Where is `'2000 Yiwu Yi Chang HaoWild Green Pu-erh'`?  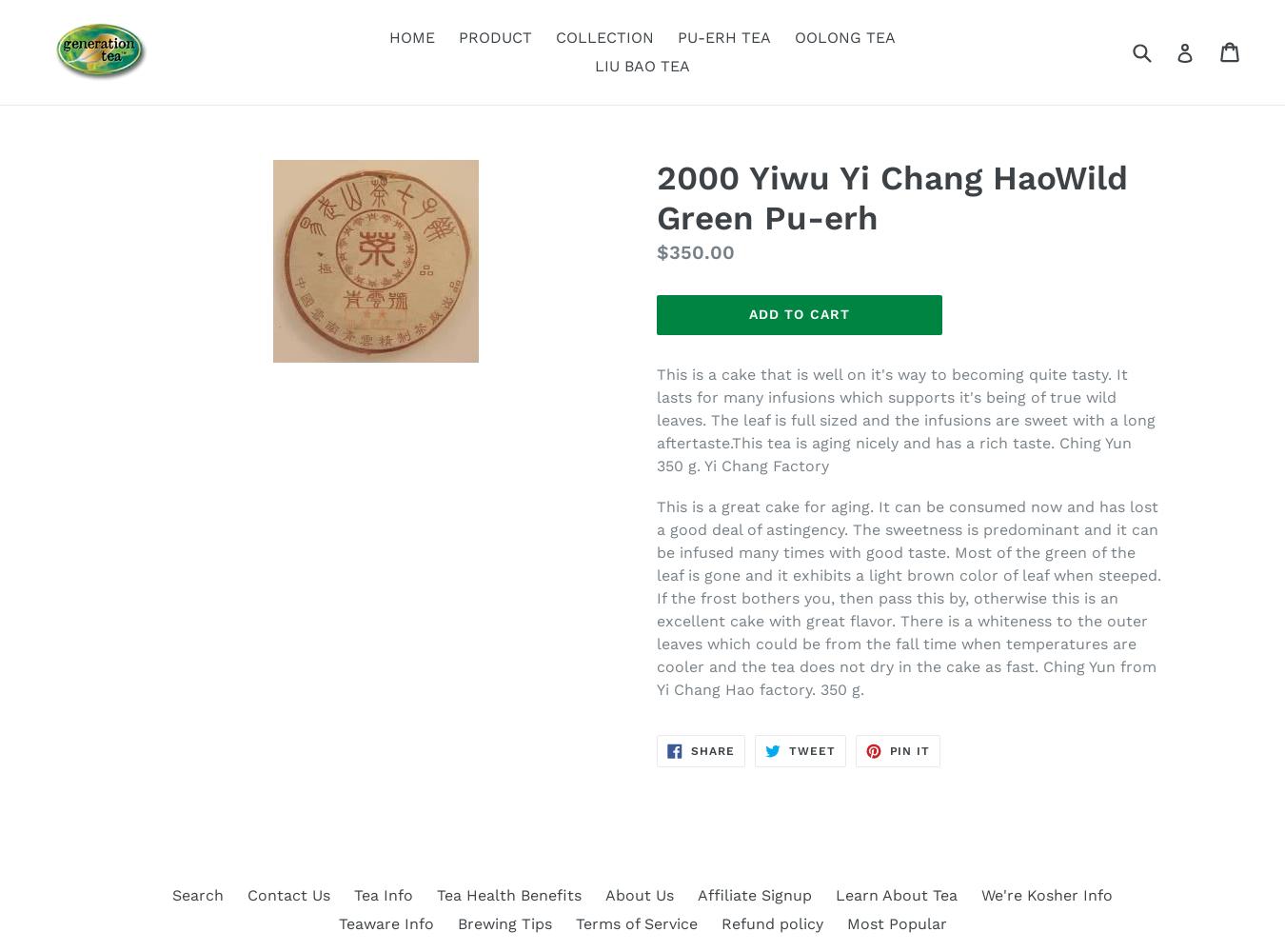
'2000 Yiwu Yi Chang HaoWild Green Pu-erh' is located at coordinates (655, 197).